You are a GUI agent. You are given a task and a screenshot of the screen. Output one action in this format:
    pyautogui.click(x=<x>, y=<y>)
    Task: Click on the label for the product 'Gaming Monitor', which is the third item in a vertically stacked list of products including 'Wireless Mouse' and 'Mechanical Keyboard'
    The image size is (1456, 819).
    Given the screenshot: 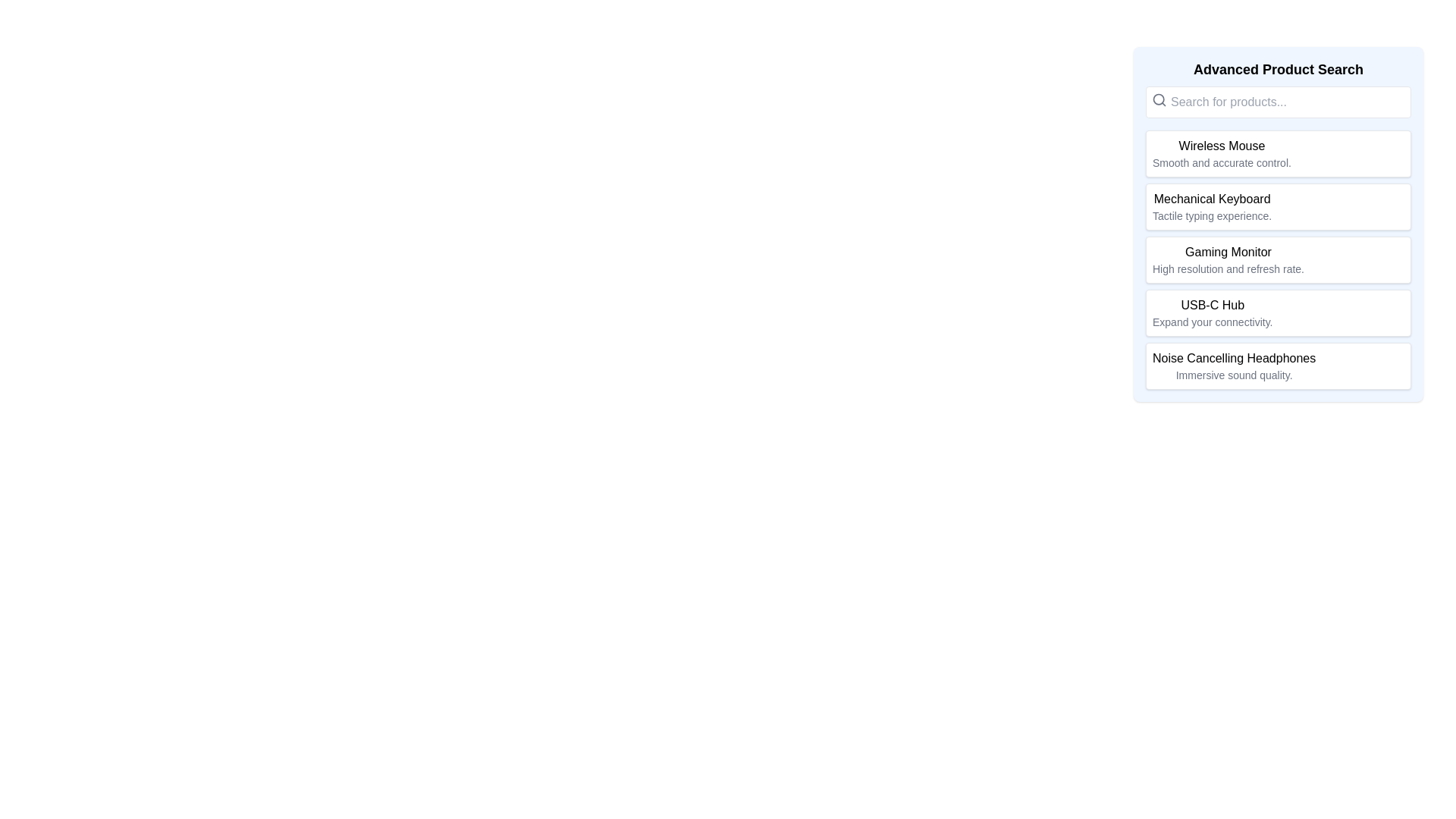 What is the action you would take?
    pyautogui.click(x=1228, y=251)
    